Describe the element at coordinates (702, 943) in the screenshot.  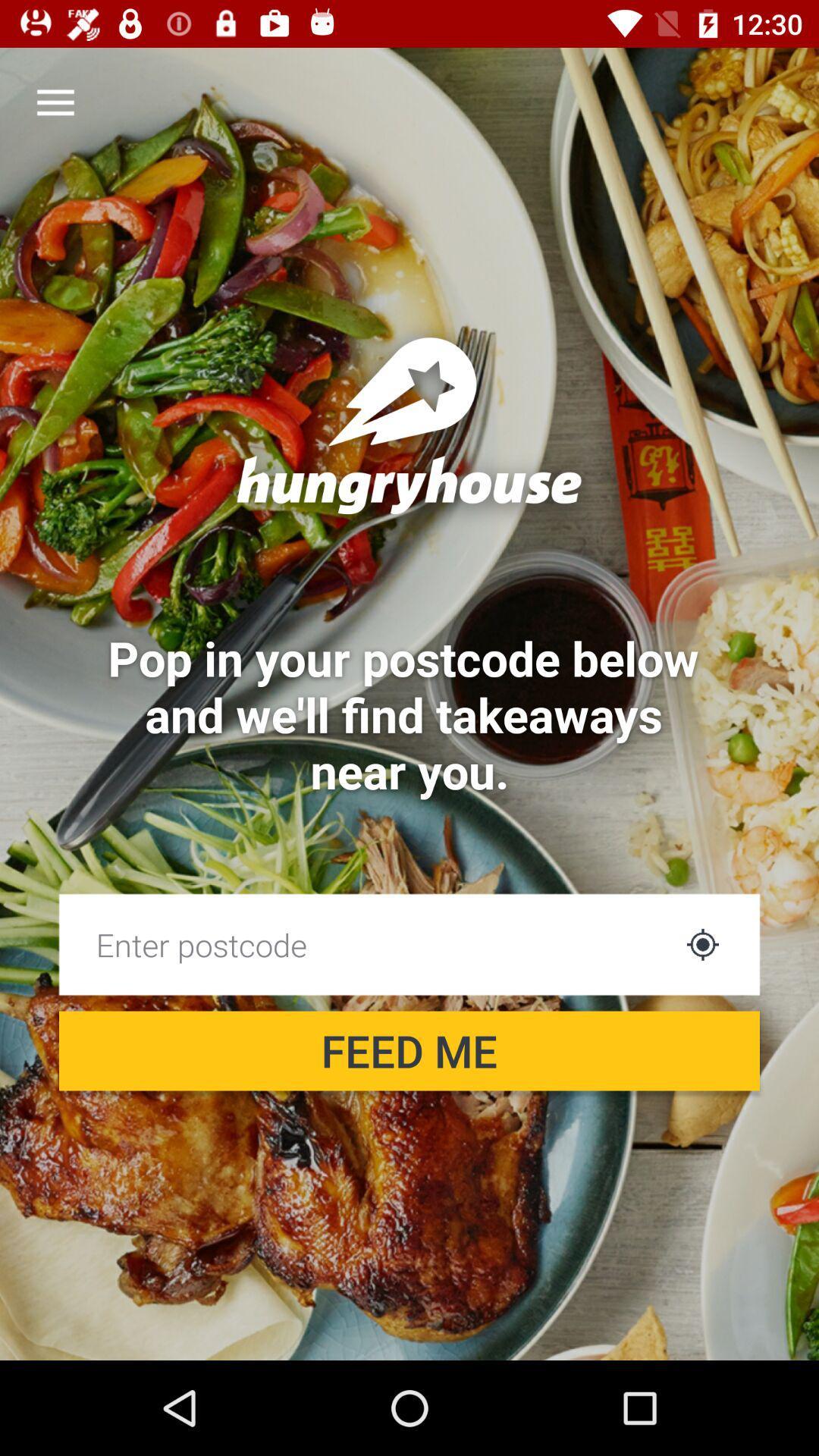
I see `item on the right` at that location.